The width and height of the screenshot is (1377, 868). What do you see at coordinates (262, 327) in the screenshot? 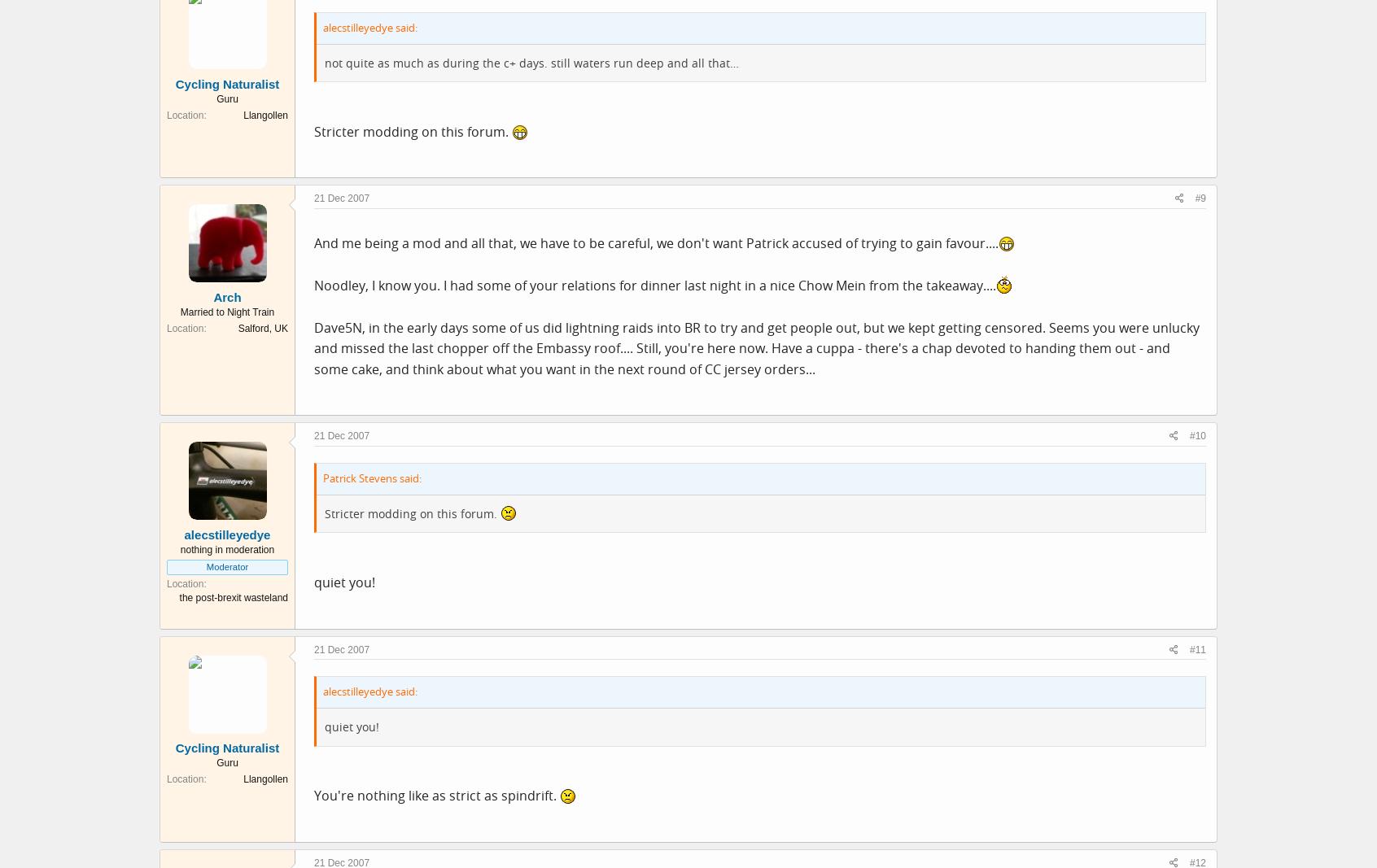
I see `'Salford, UK'` at bounding box center [262, 327].